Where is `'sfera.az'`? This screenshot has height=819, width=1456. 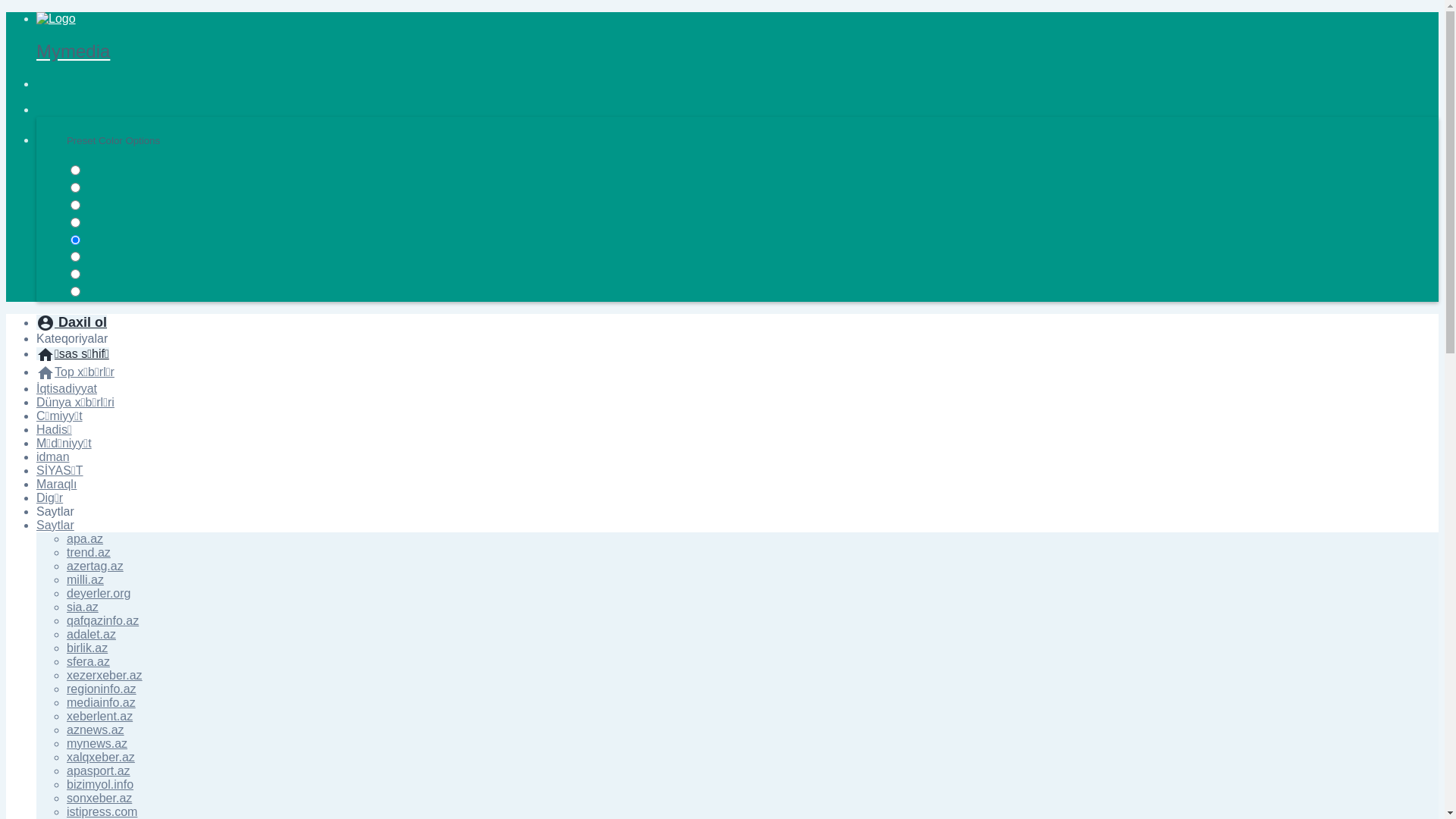
'sfera.az' is located at coordinates (87, 661).